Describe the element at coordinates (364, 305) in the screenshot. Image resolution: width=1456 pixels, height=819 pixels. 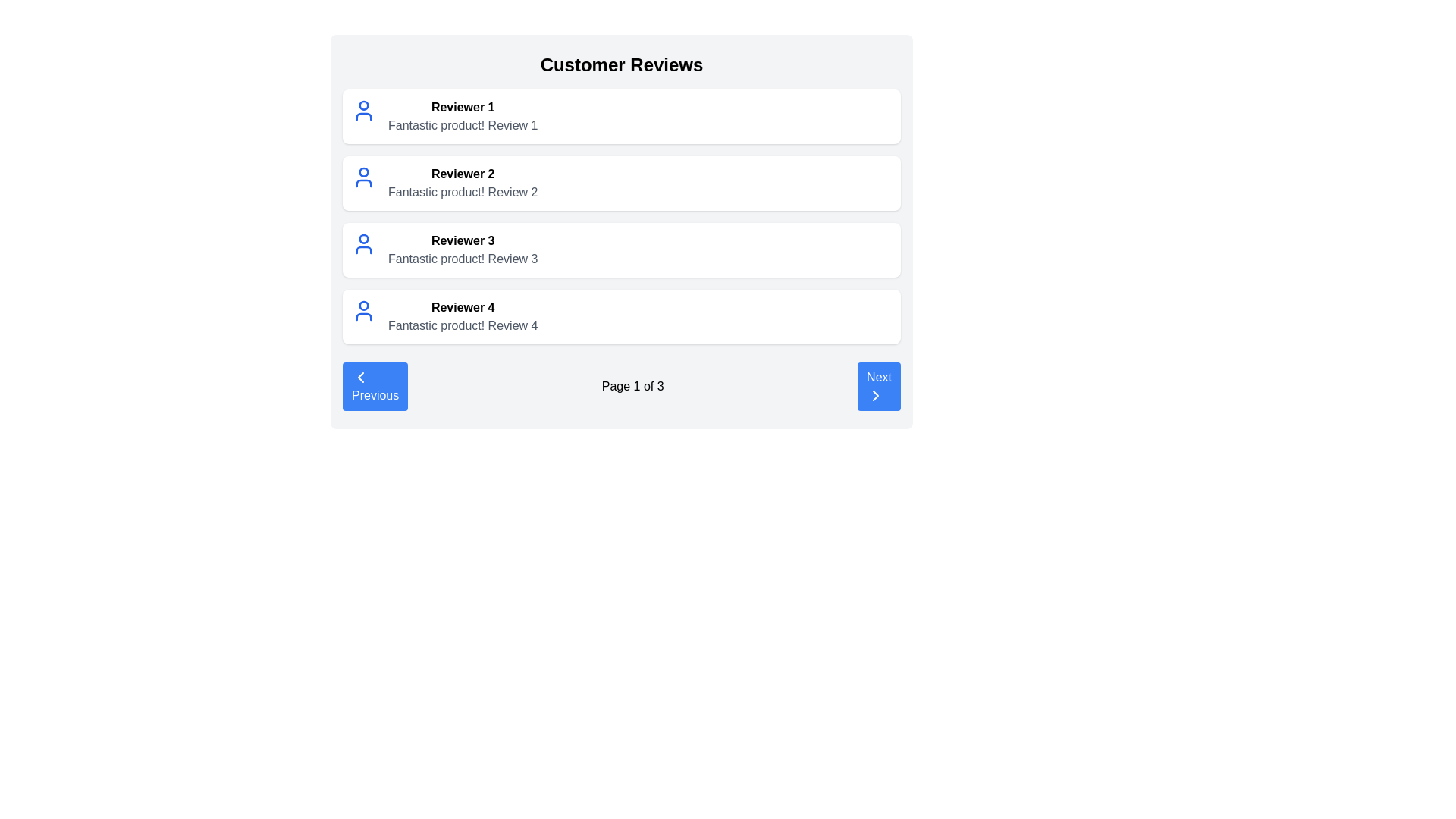
I see `the SVG Circle representing the user profile icon within the fourth item of the user reviews list, specifically associated with 'Reviewer 4'` at that location.